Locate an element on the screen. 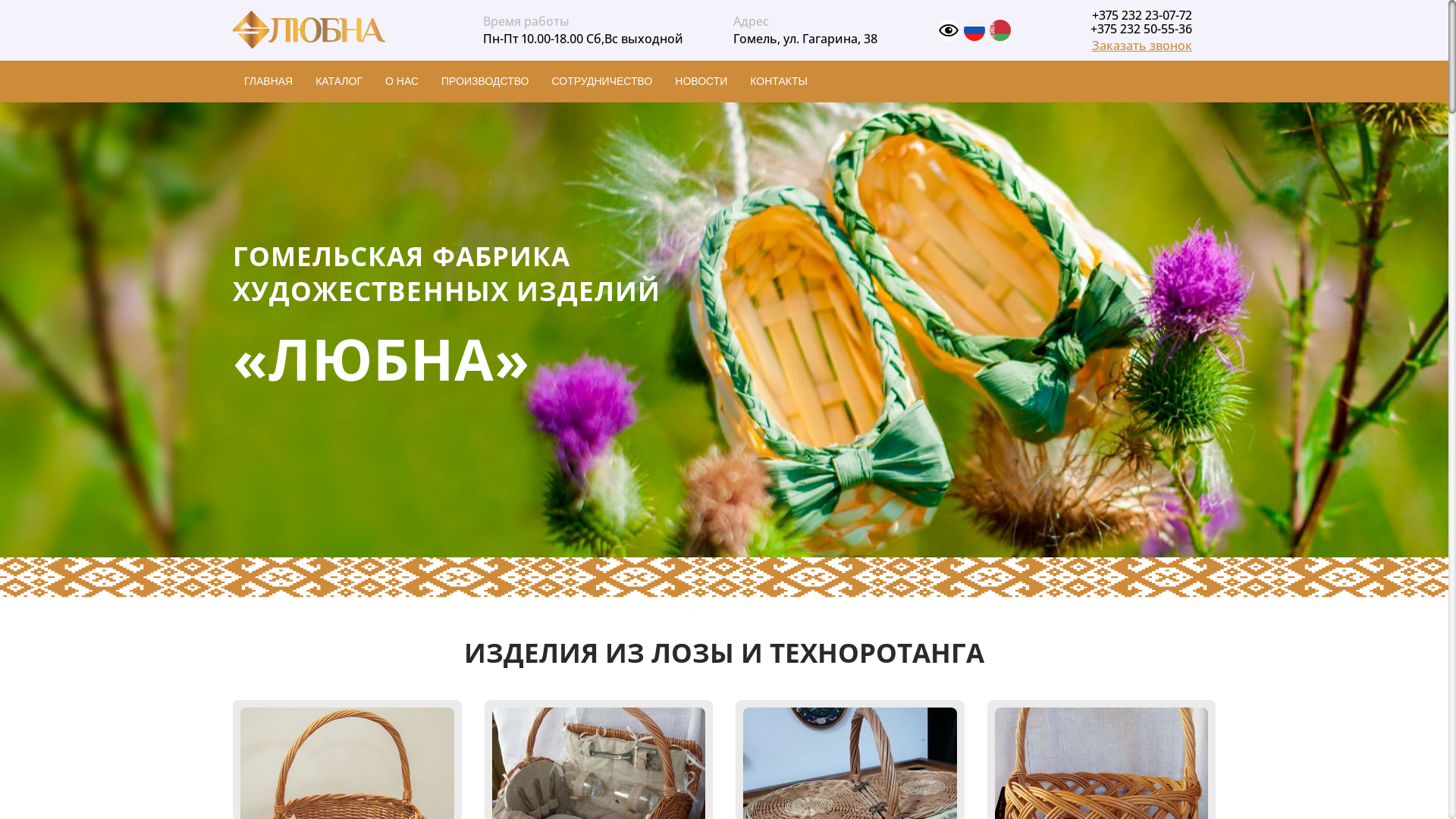  '+375 232 23-07-72' is located at coordinates (1142, 14).